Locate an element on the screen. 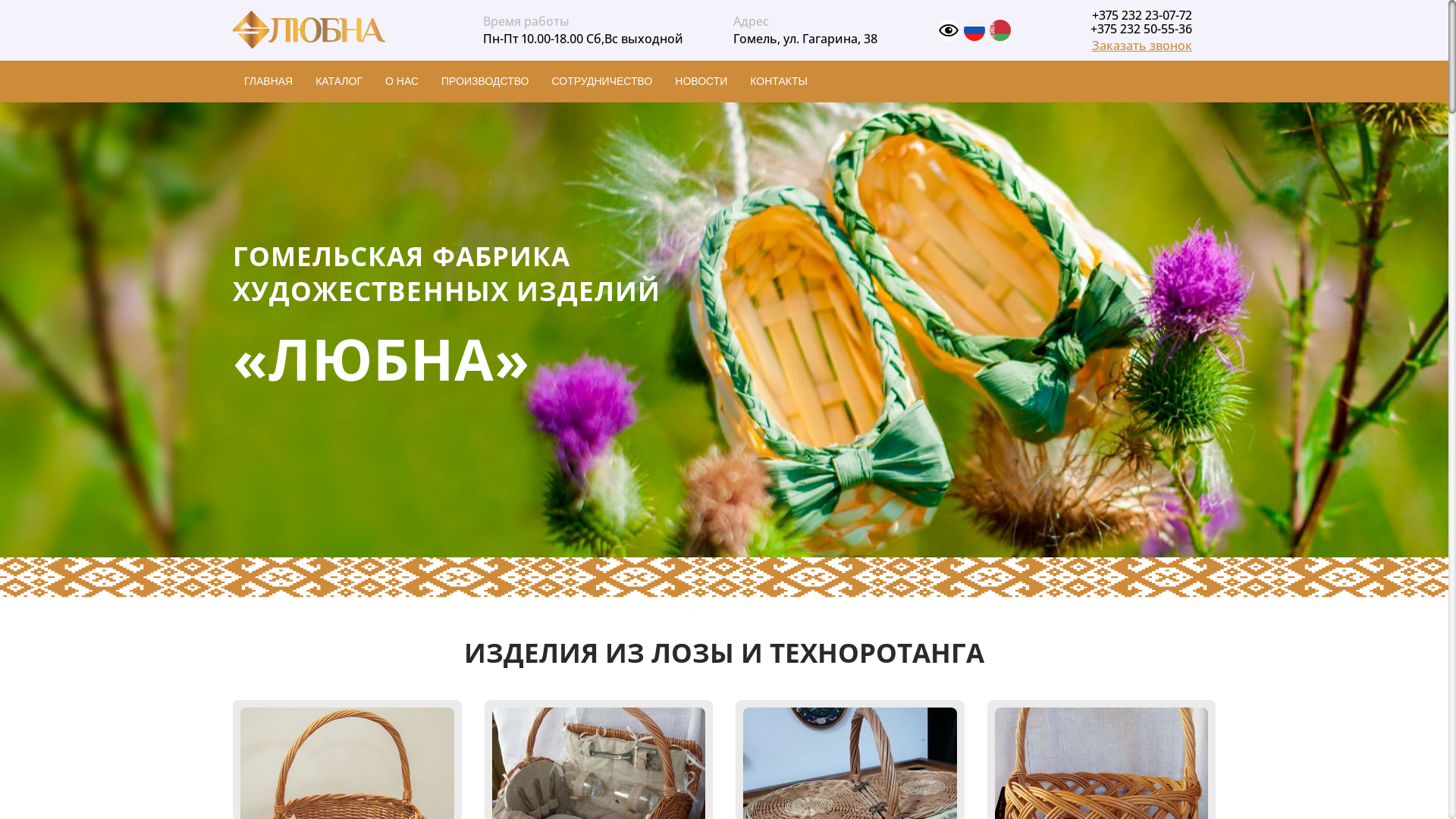  '+375 232 23-07-72' is located at coordinates (1142, 14).